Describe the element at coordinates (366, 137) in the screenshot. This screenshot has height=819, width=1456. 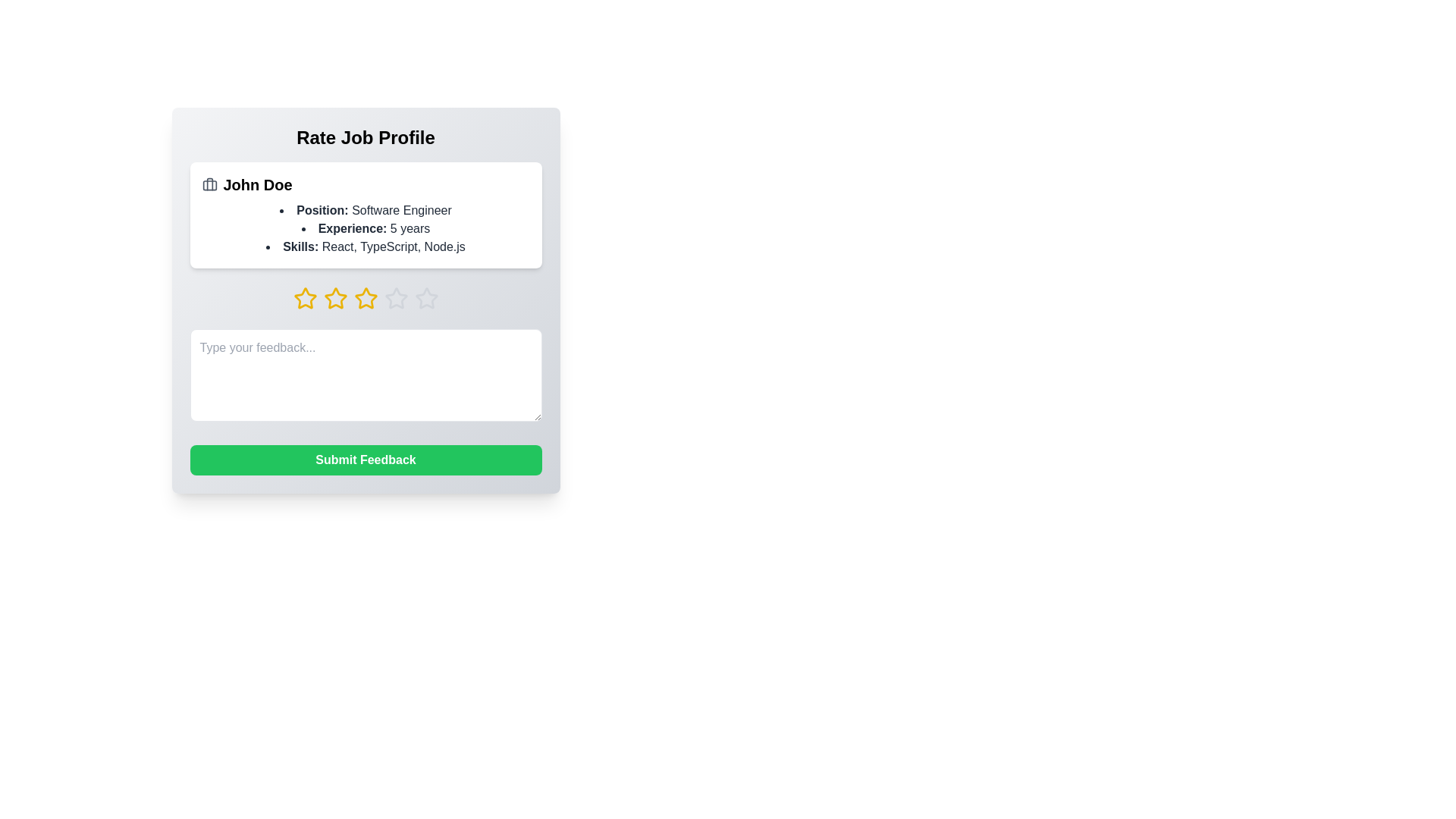
I see `text content of the title or heading located at the top section of the user profile evaluation panel` at that location.